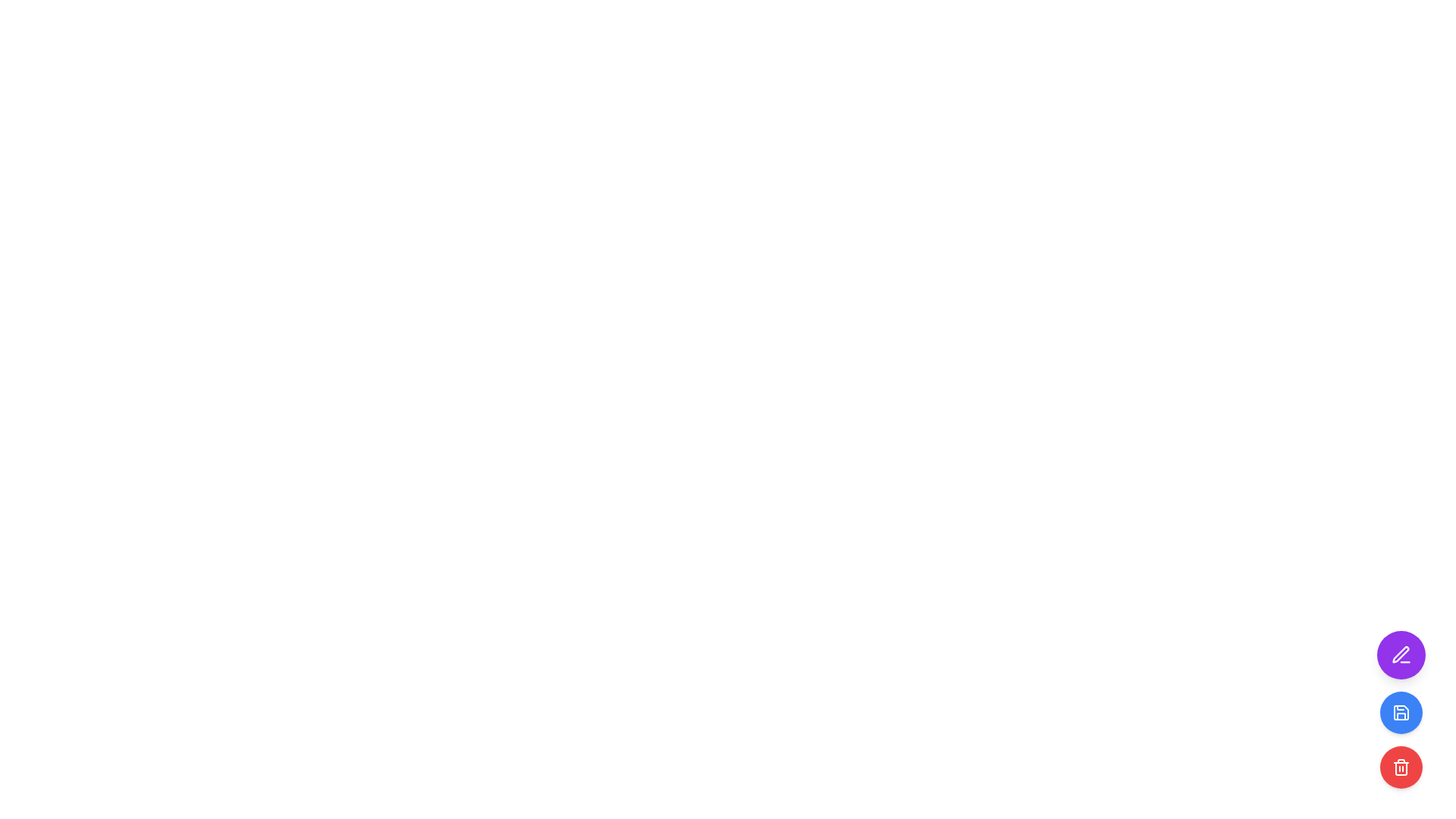 The height and width of the screenshot is (819, 1456). Describe the element at coordinates (1401, 710) in the screenshot. I see `the blue circular button with a white save icon at its center, located in the middle of three circular buttons at the bottom-right corner of the interface` at that location.